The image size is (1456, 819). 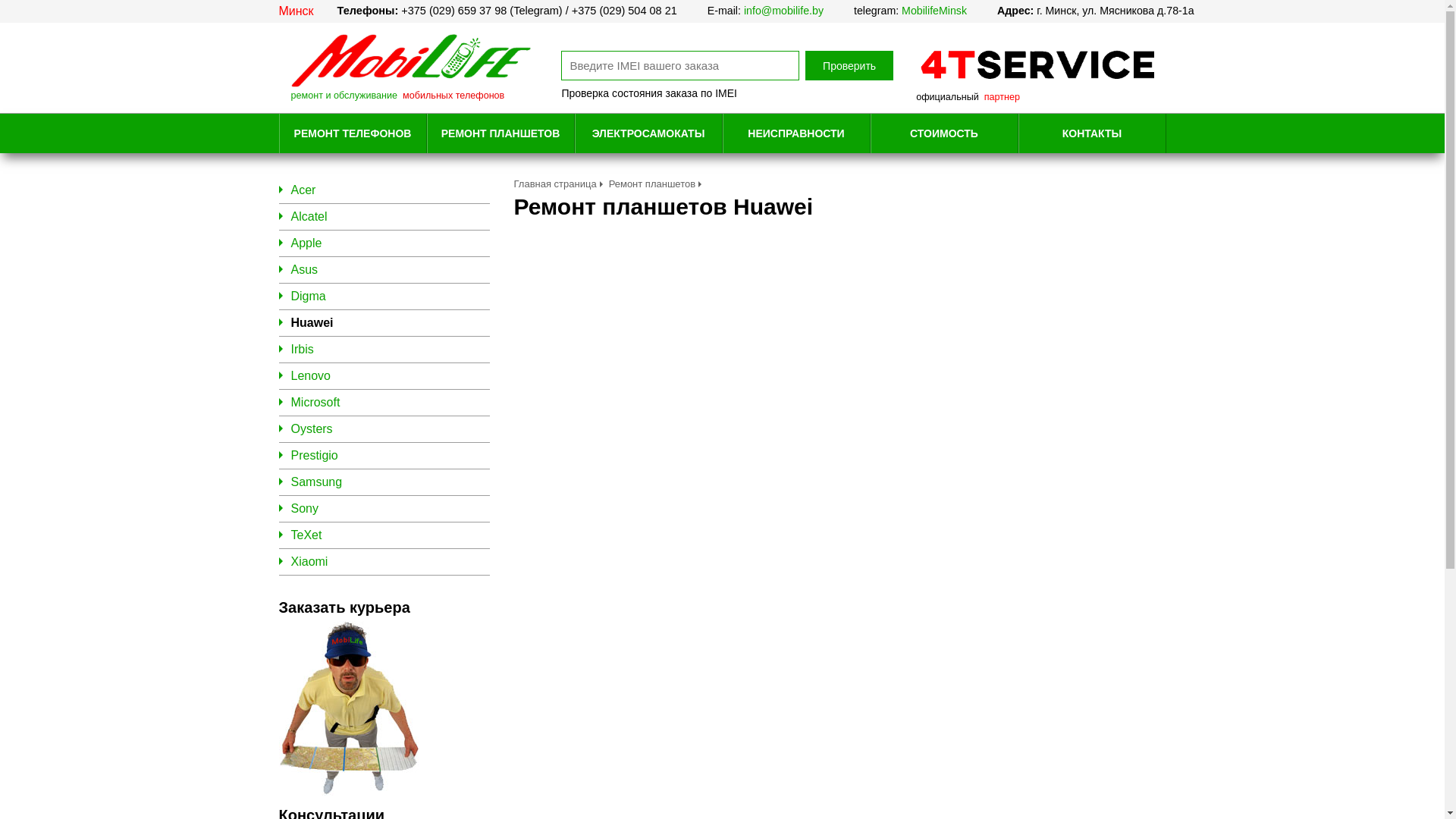 I want to click on 'TeXet', so click(x=306, y=534).